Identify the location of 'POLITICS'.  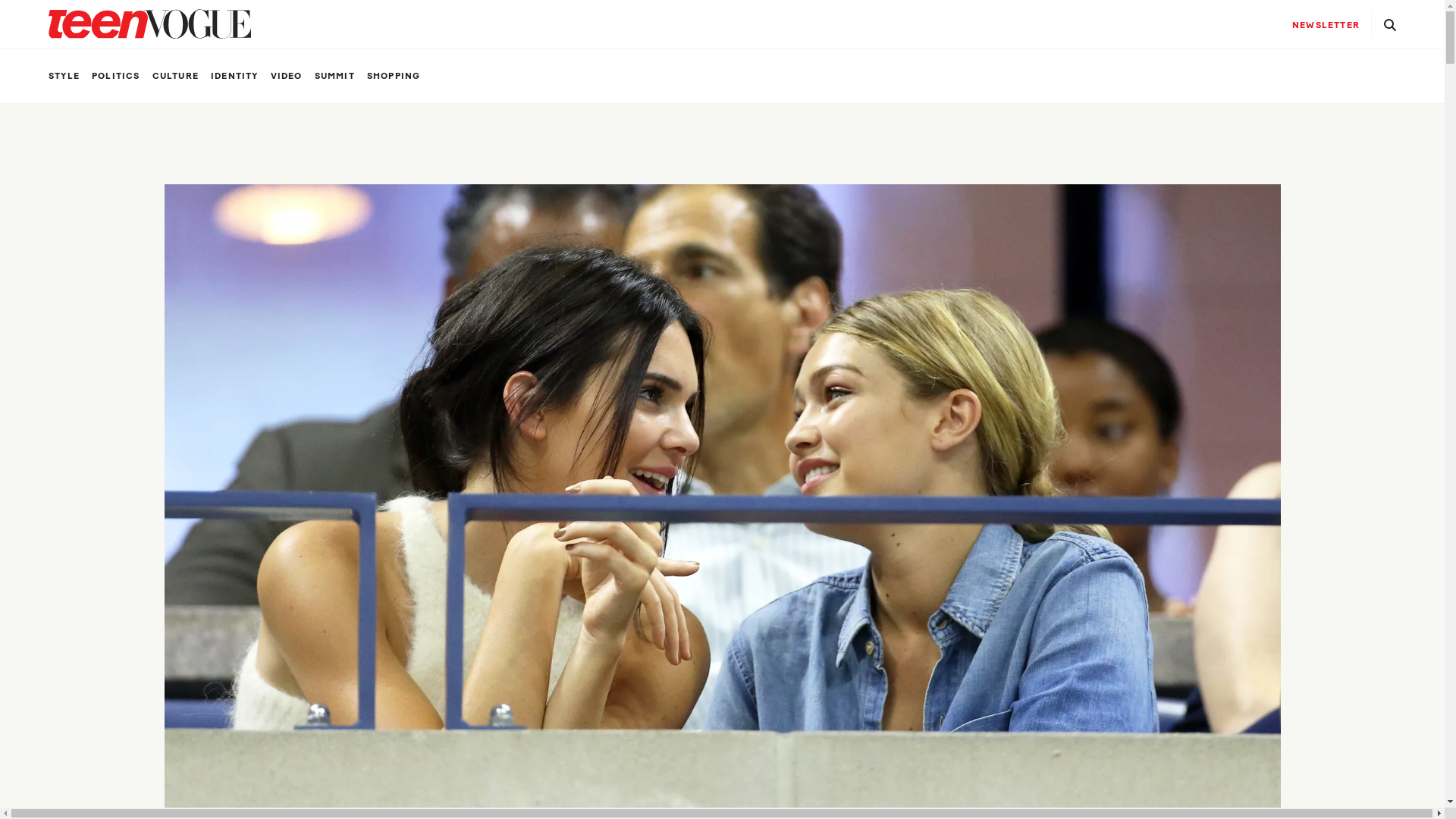
(115, 76).